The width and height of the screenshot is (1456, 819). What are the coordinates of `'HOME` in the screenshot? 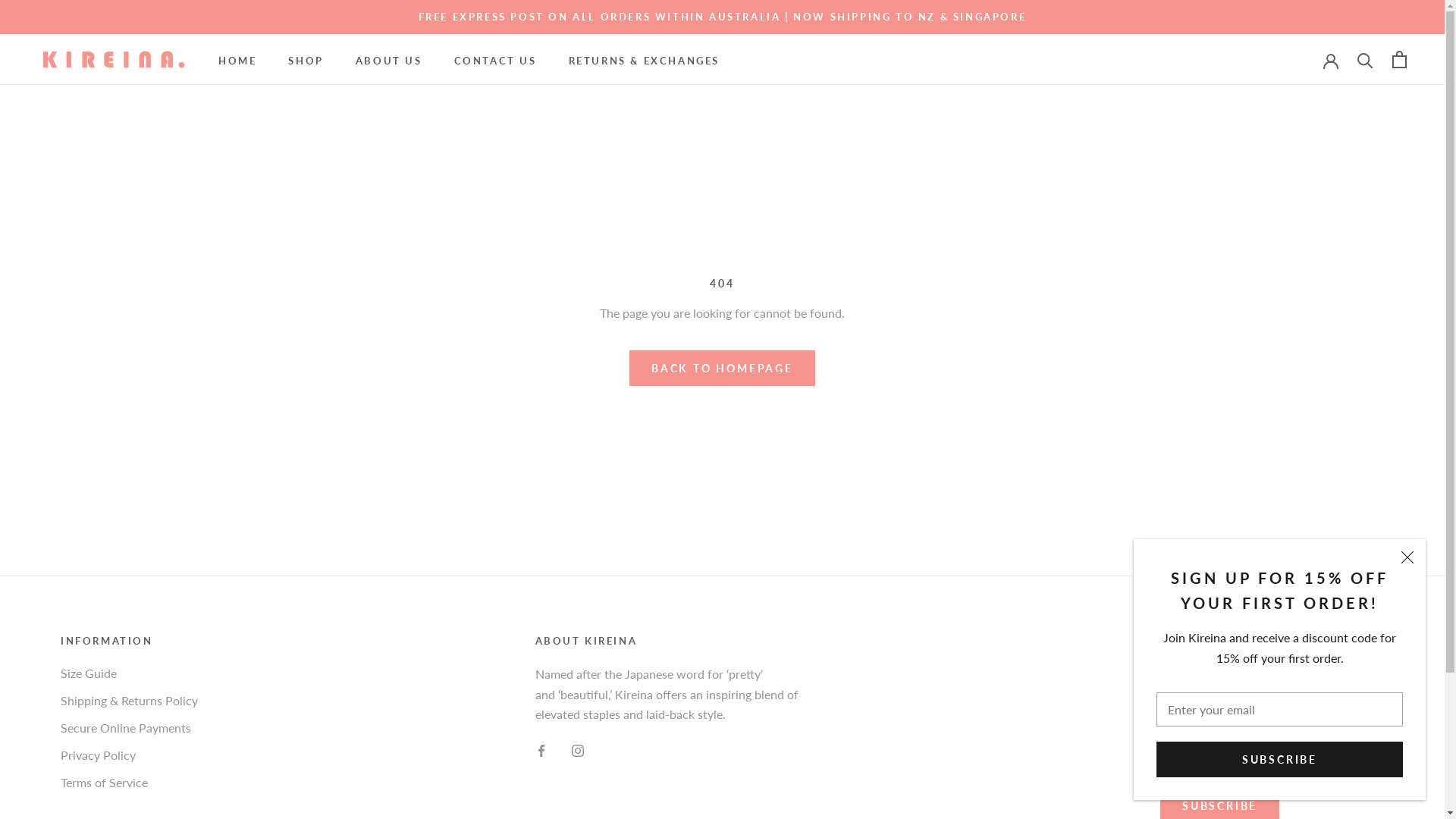 It's located at (236, 60).